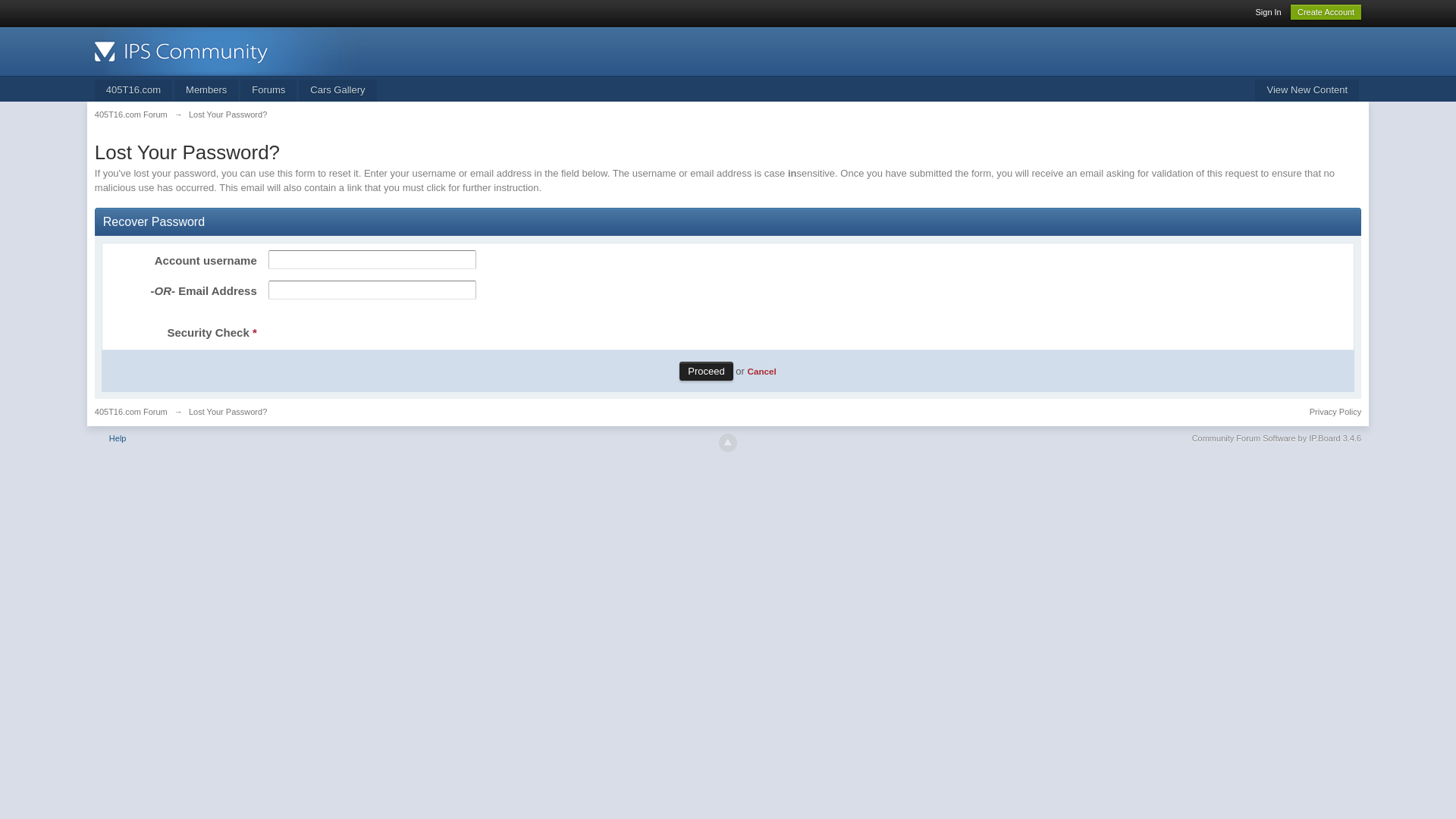 The width and height of the screenshot is (1456, 819). What do you see at coordinates (1335, 412) in the screenshot?
I see `'Privacy Policy'` at bounding box center [1335, 412].